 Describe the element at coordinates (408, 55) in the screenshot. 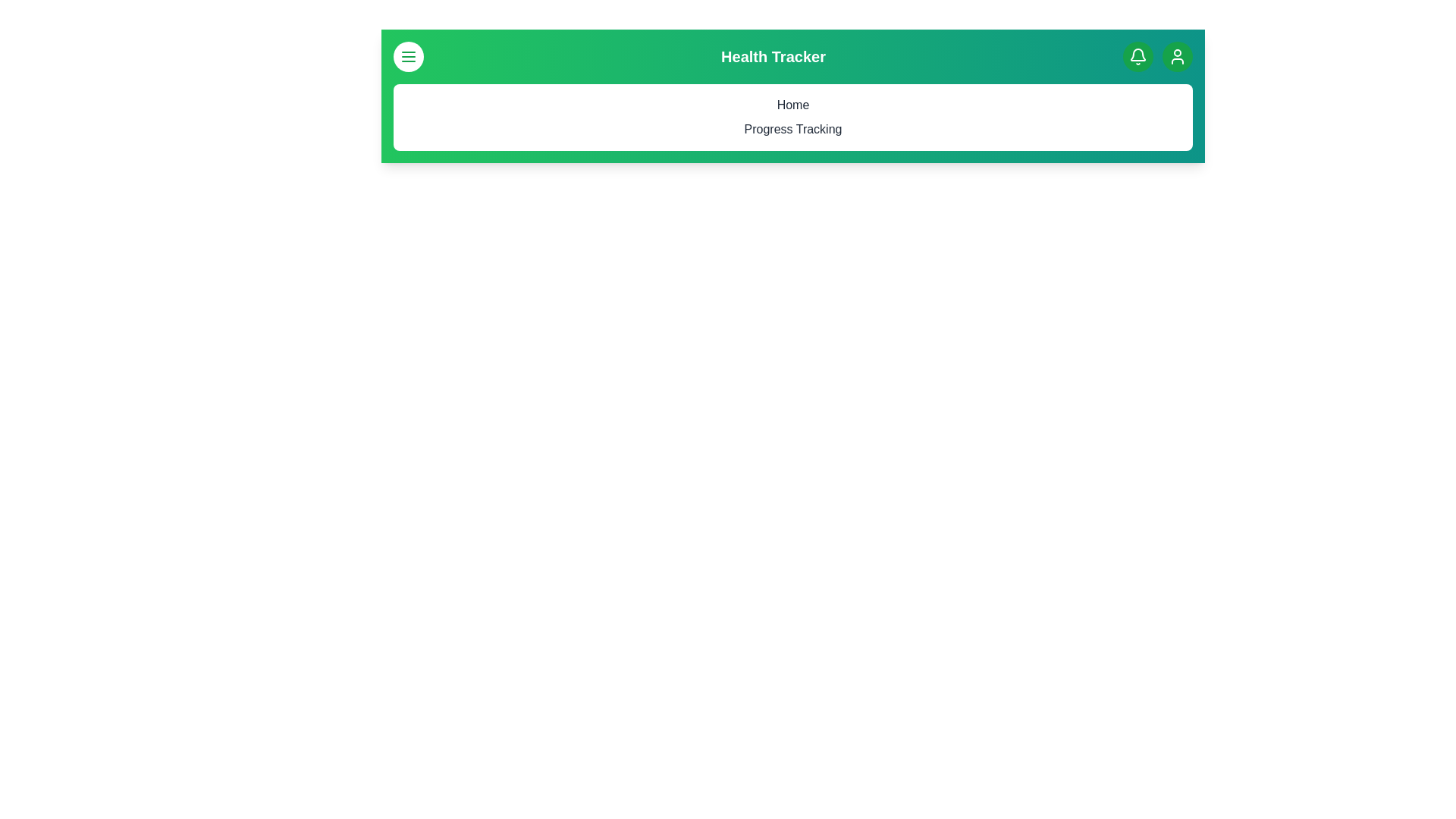

I see `menu button to toggle the menu visibility` at that location.